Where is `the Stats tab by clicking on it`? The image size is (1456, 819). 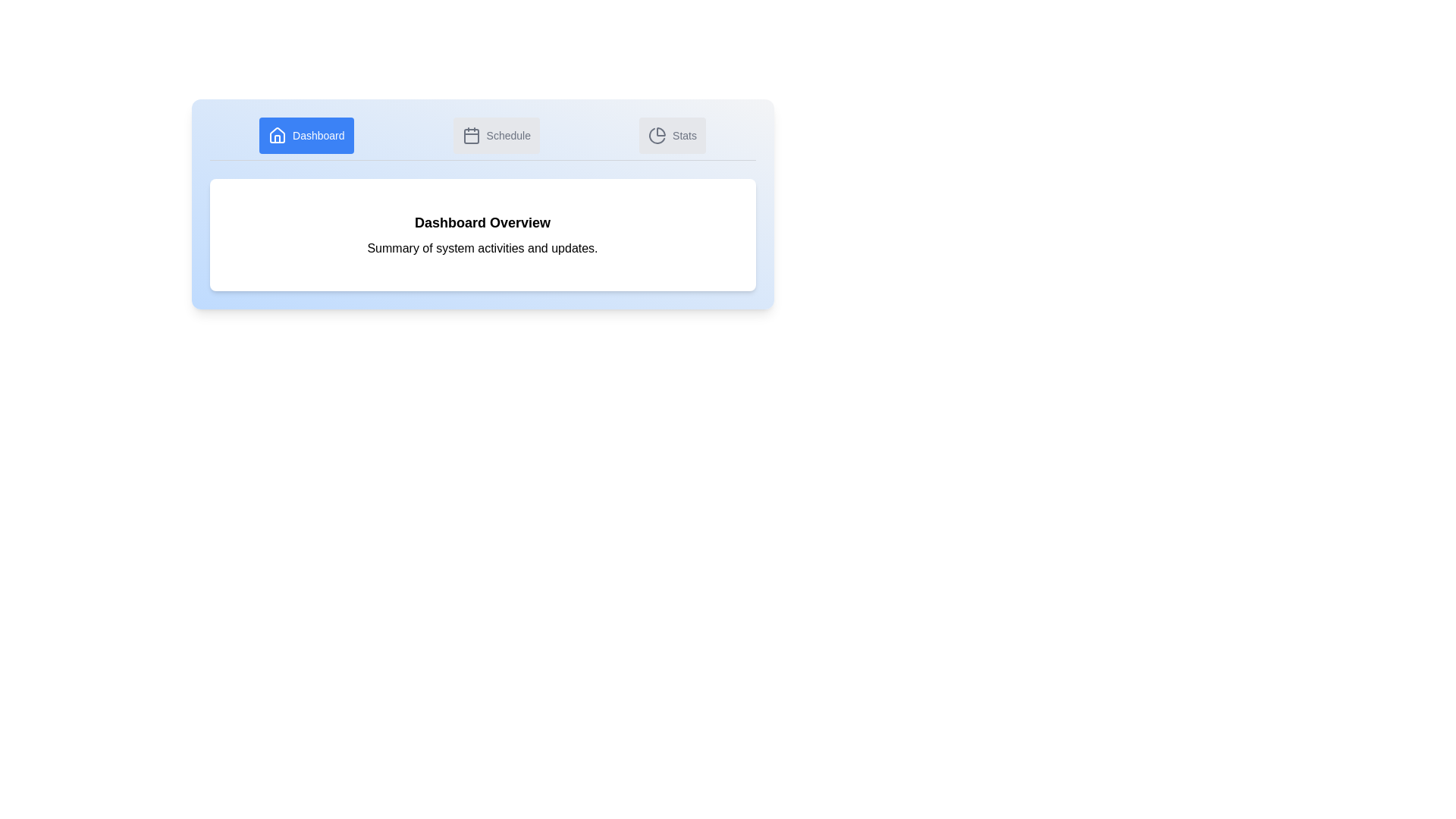 the Stats tab by clicking on it is located at coordinates (672, 134).